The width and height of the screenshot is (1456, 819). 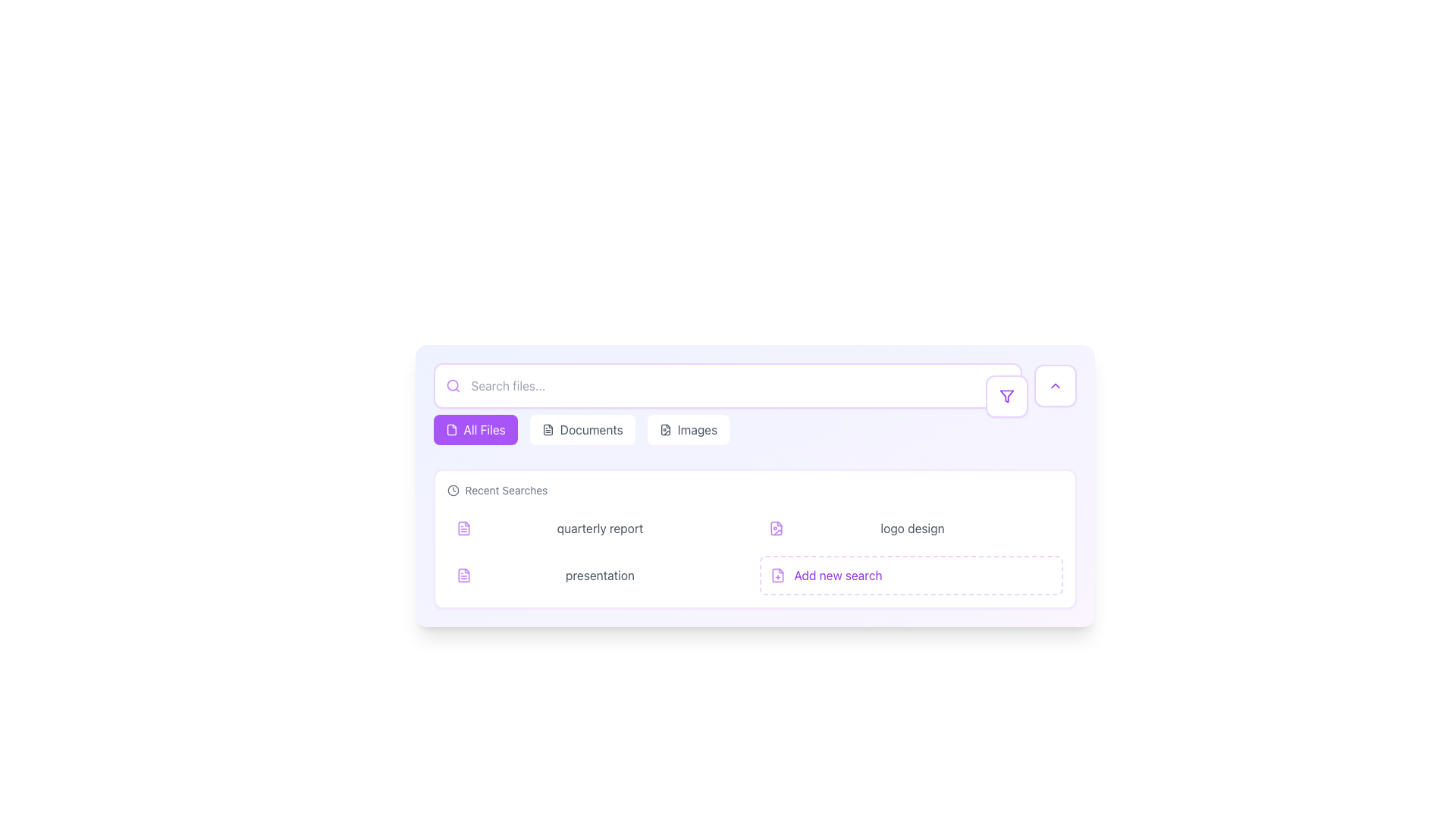 What do you see at coordinates (837, 576) in the screenshot?
I see `the text label reading 'Add new search'` at bounding box center [837, 576].